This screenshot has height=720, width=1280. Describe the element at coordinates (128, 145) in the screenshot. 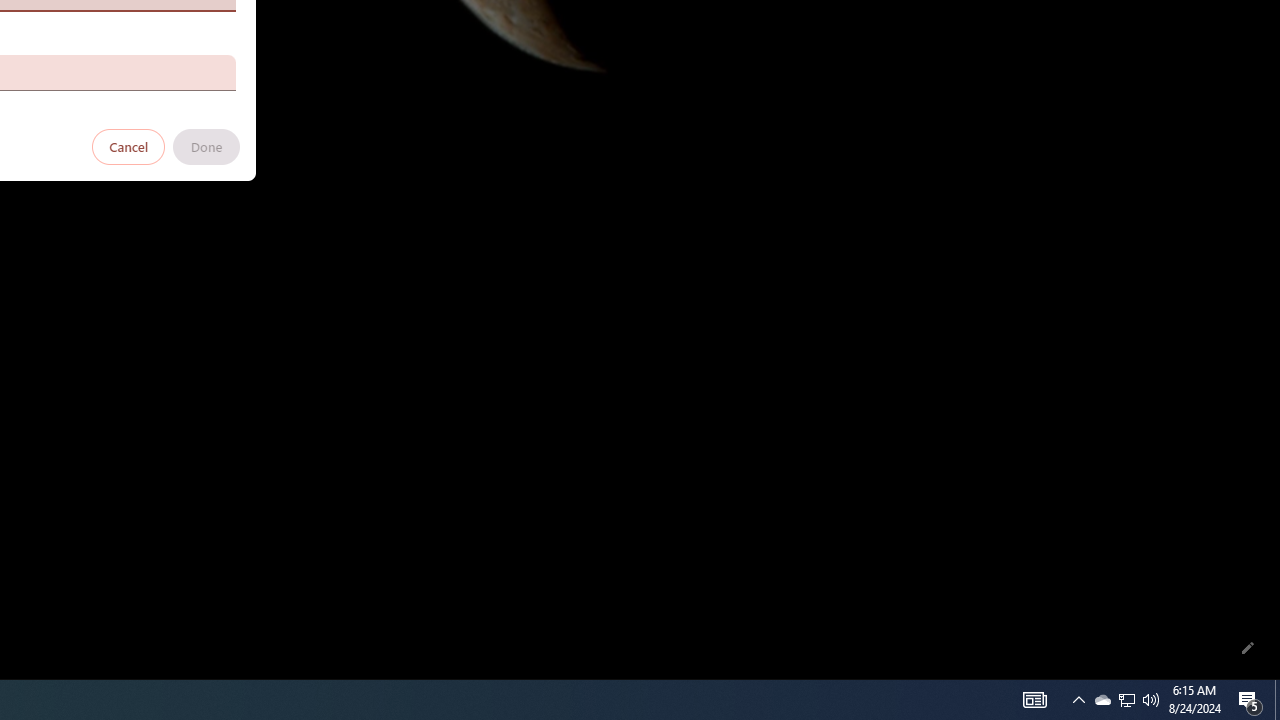

I see `'Cancel'` at that location.